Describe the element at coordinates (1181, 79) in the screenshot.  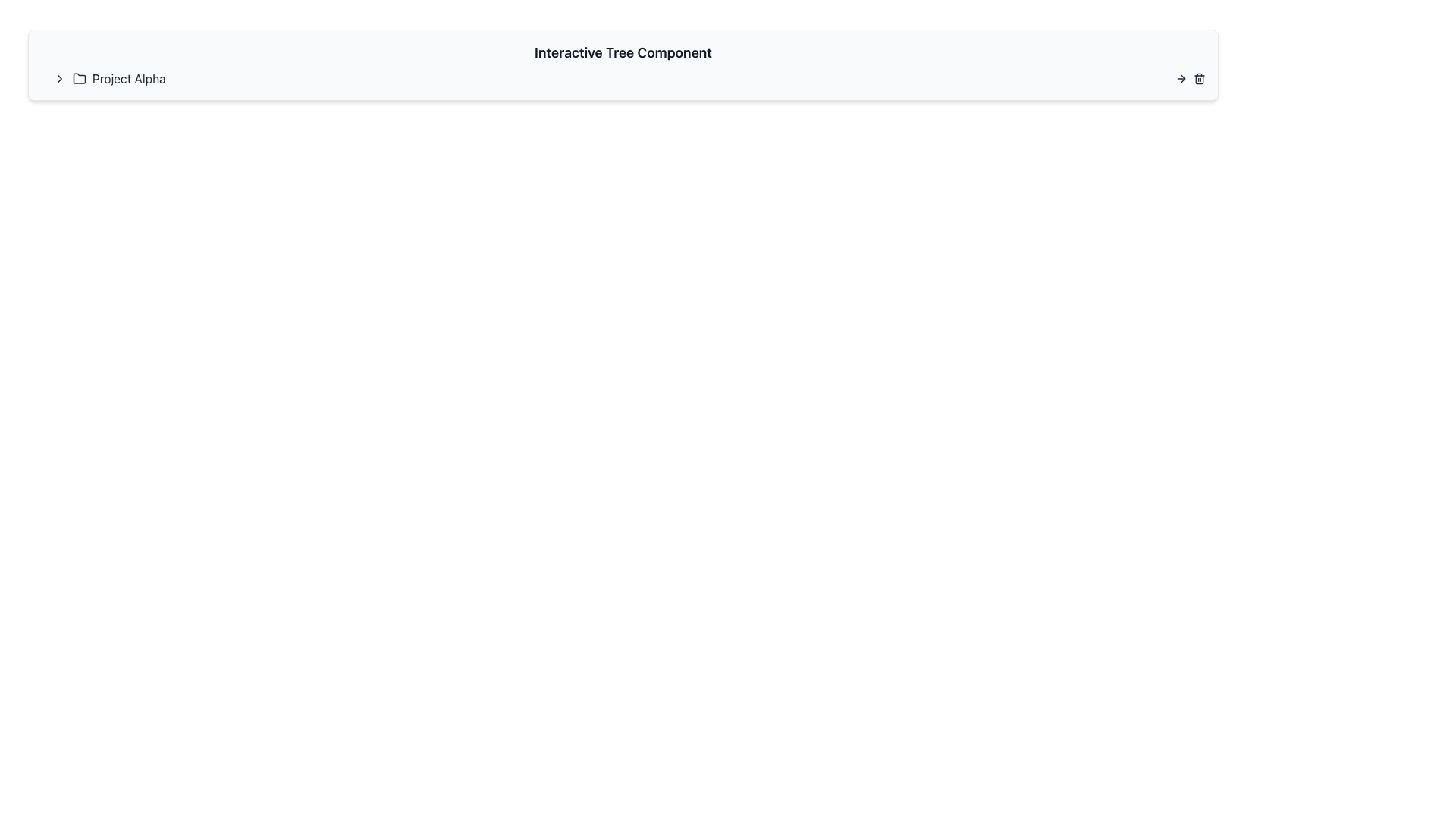
I see `the leftmost rightward arrow icon in the row of interactive icons at the top-right corner of the interface` at that location.